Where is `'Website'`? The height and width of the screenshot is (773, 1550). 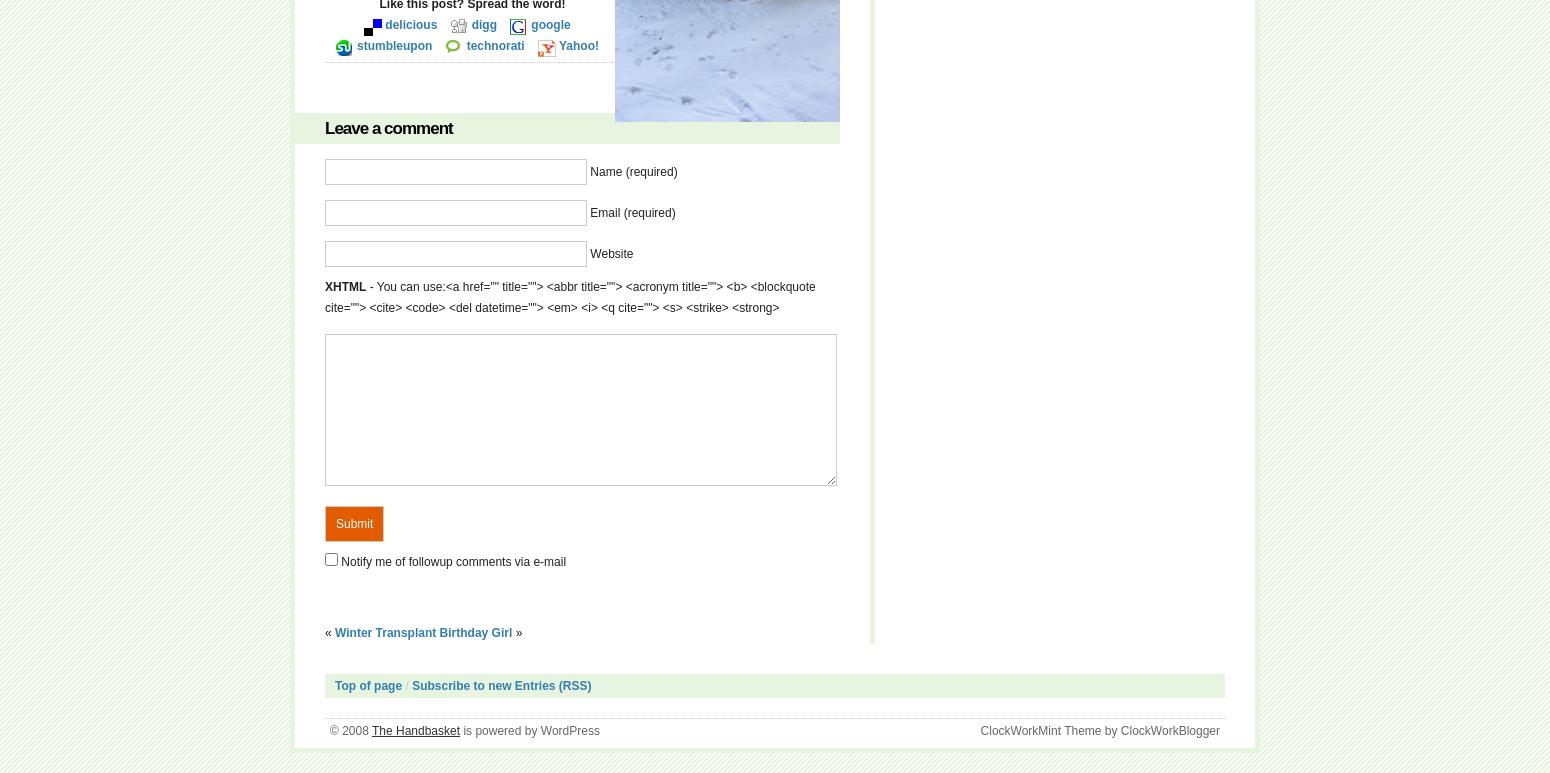 'Website' is located at coordinates (611, 253).